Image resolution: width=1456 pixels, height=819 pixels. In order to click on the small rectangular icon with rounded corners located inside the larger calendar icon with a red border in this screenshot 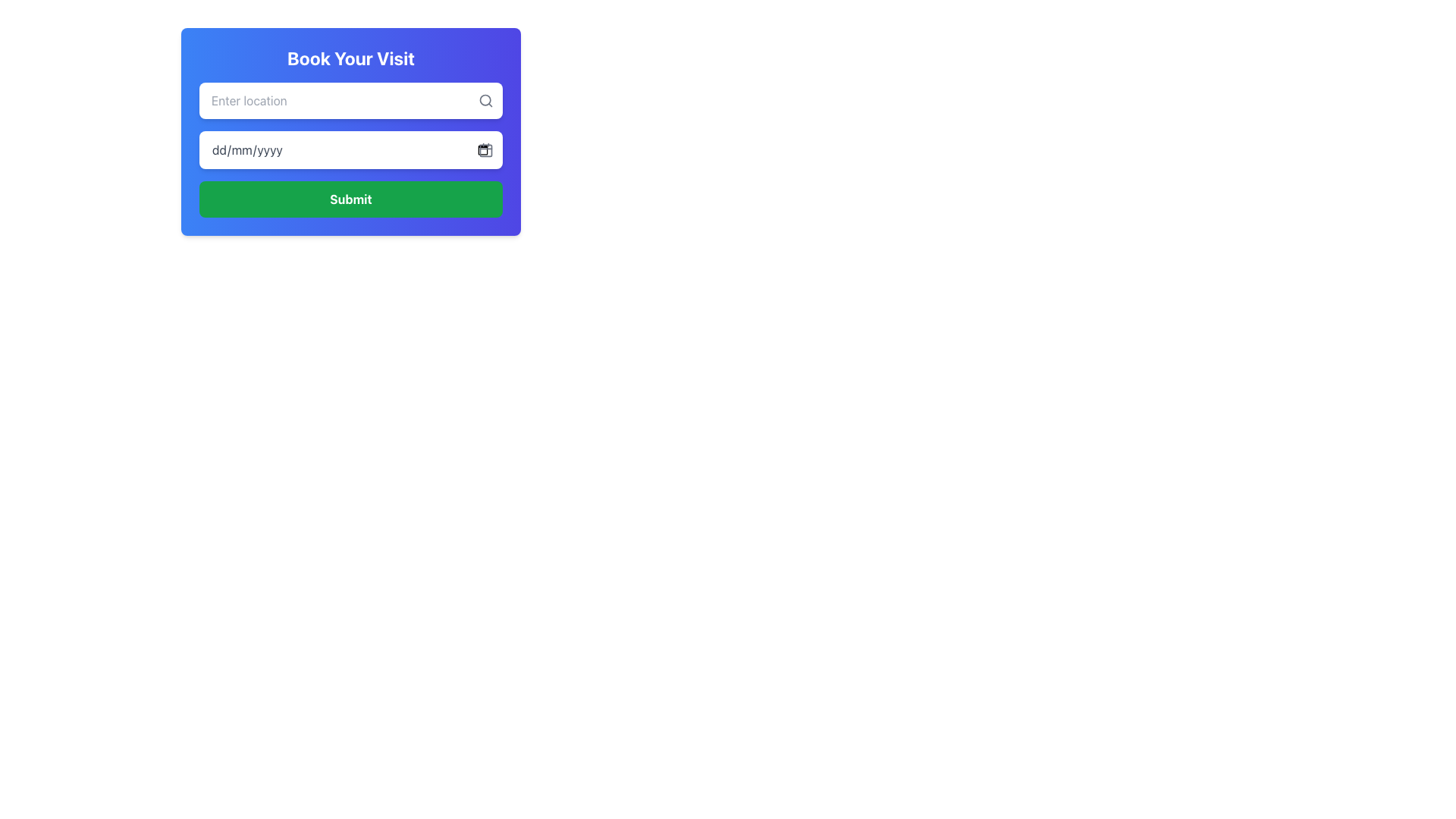, I will do `click(486, 149)`.